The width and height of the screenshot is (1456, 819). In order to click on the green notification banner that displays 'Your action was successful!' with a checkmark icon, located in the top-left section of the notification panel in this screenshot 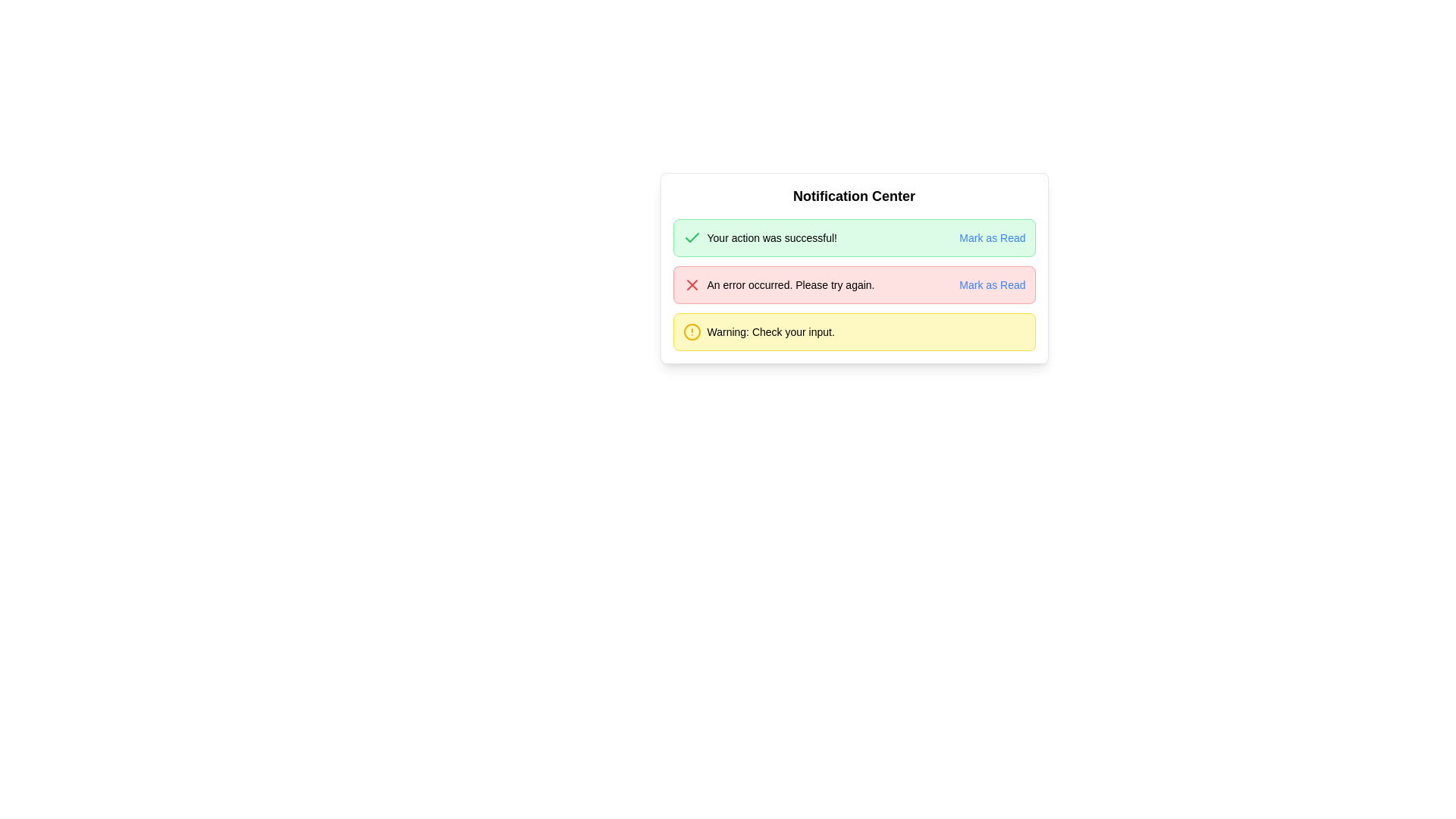, I will do `click(760, 237)`.